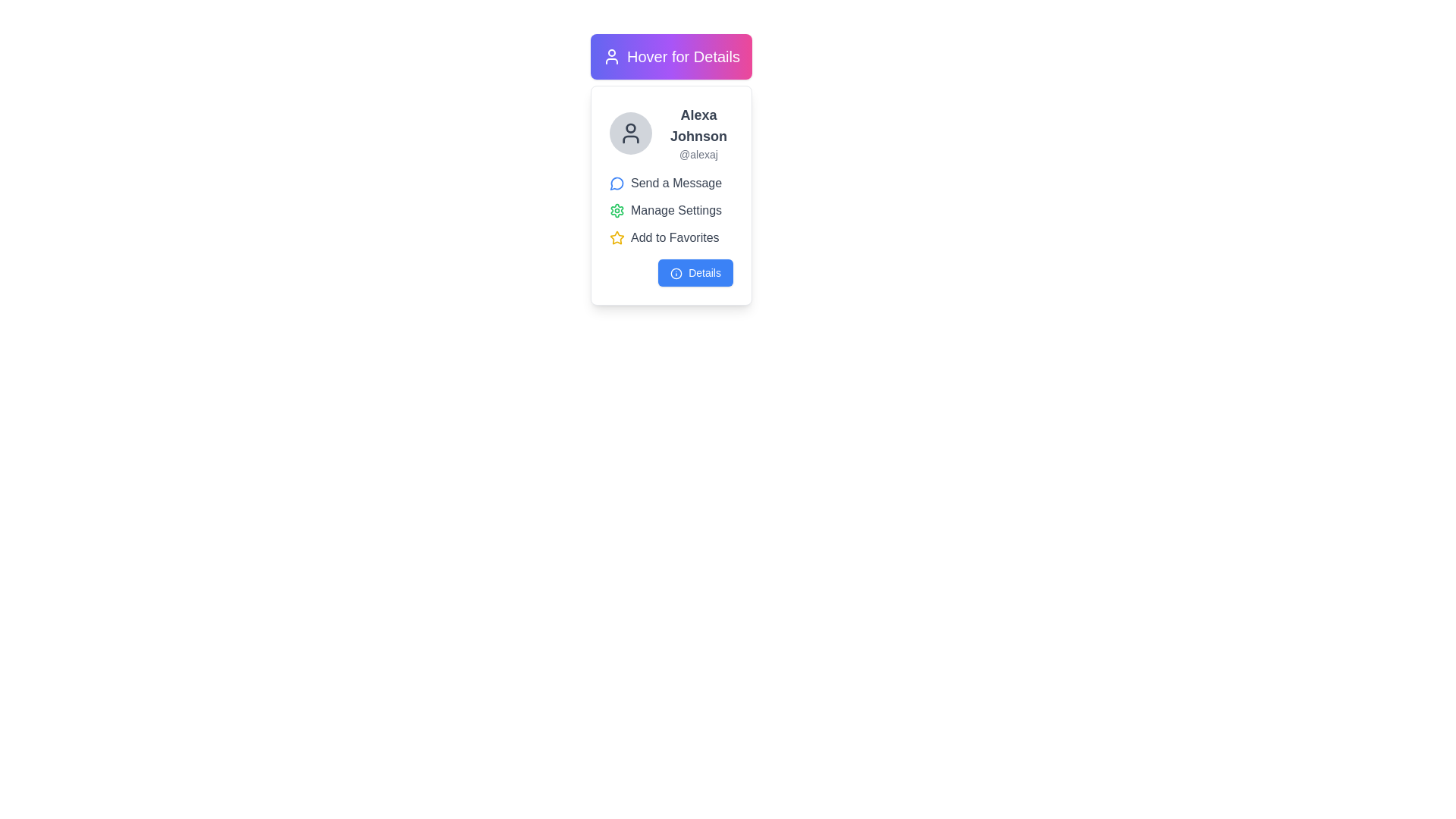 The width and height of the screenshot is (1456, 819). What do you see at coordinates (630, 133) in the screenshot?
I see `the circular icon representing the user profile of Alexa Johnson, which features a light gray background and a dark gray user silhouette` at bounding box center [630, 133].